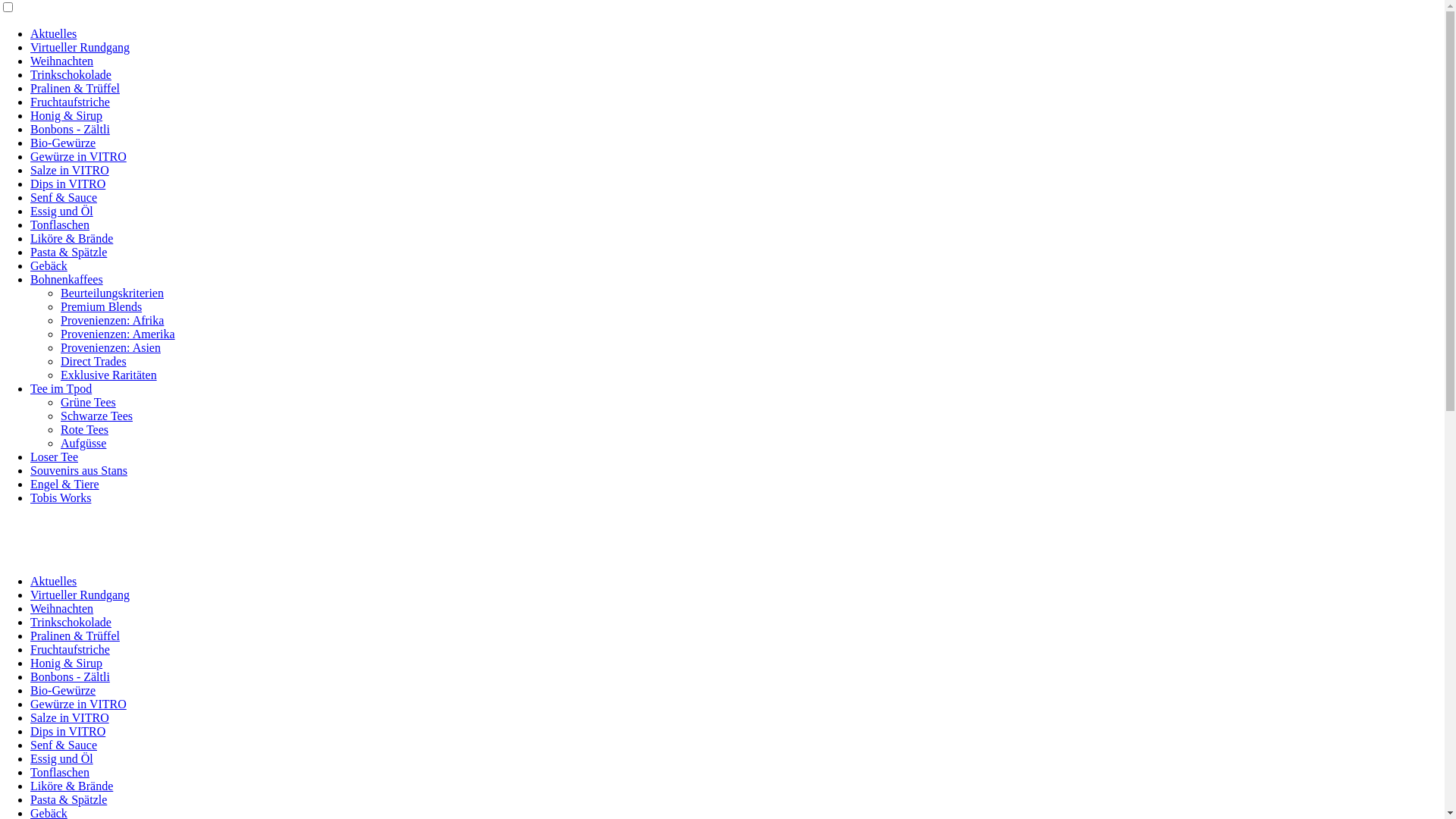 The height and width of the screenshot is (819, 1456). Describe the element at coordinates (70, 622) in the screenshot. I see `'Trinkschokolade'` at that location.